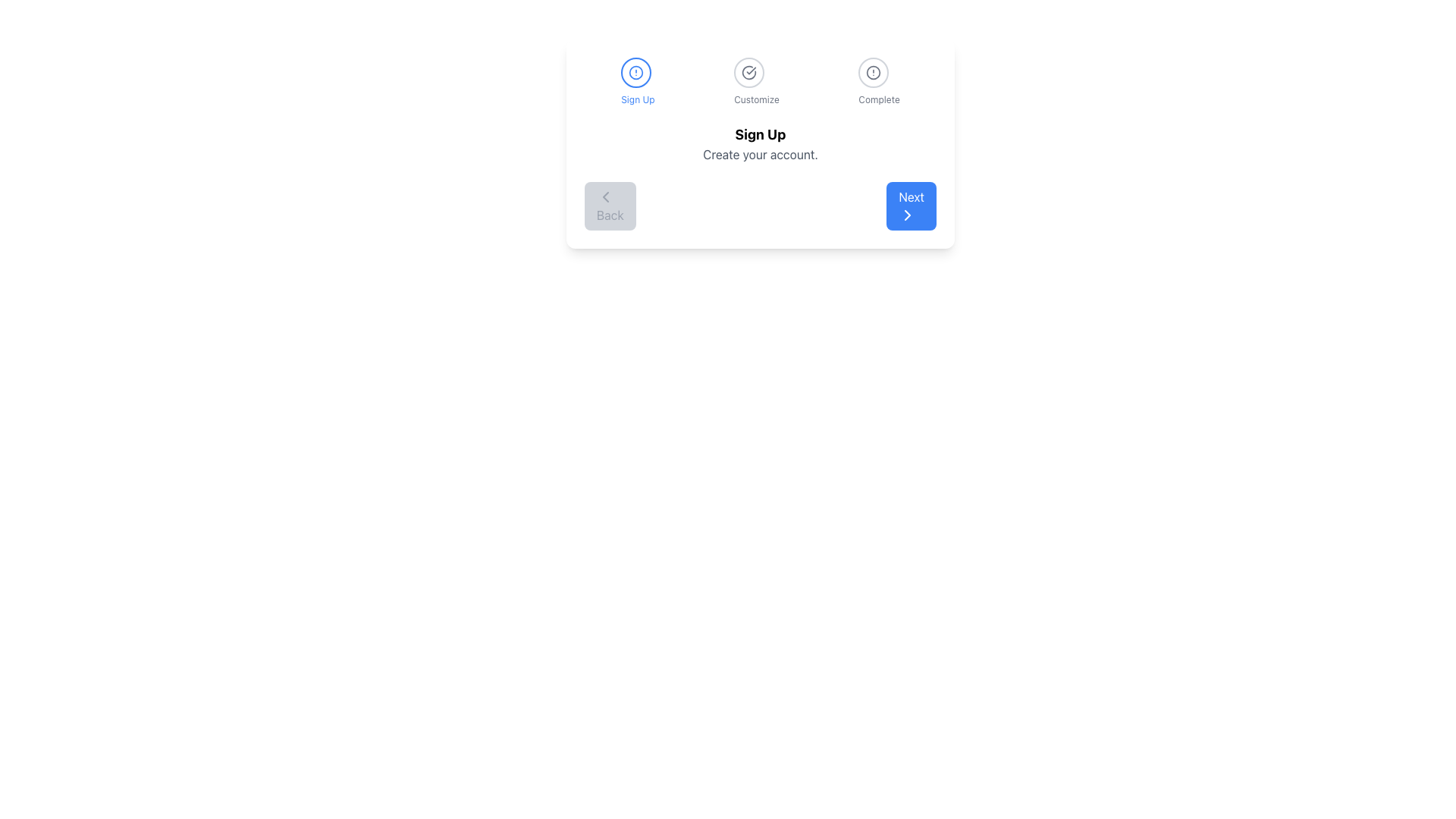 This screenshot has height=819, width=1456. What do you see at coordinates (749, 73) in the screenshot?
I see `the Step Indicator Icon, which is a circular icon with a checkmark inside, styled with a light gray border and white background, located under the label 'Customize'` at bounding box center [749, 73].